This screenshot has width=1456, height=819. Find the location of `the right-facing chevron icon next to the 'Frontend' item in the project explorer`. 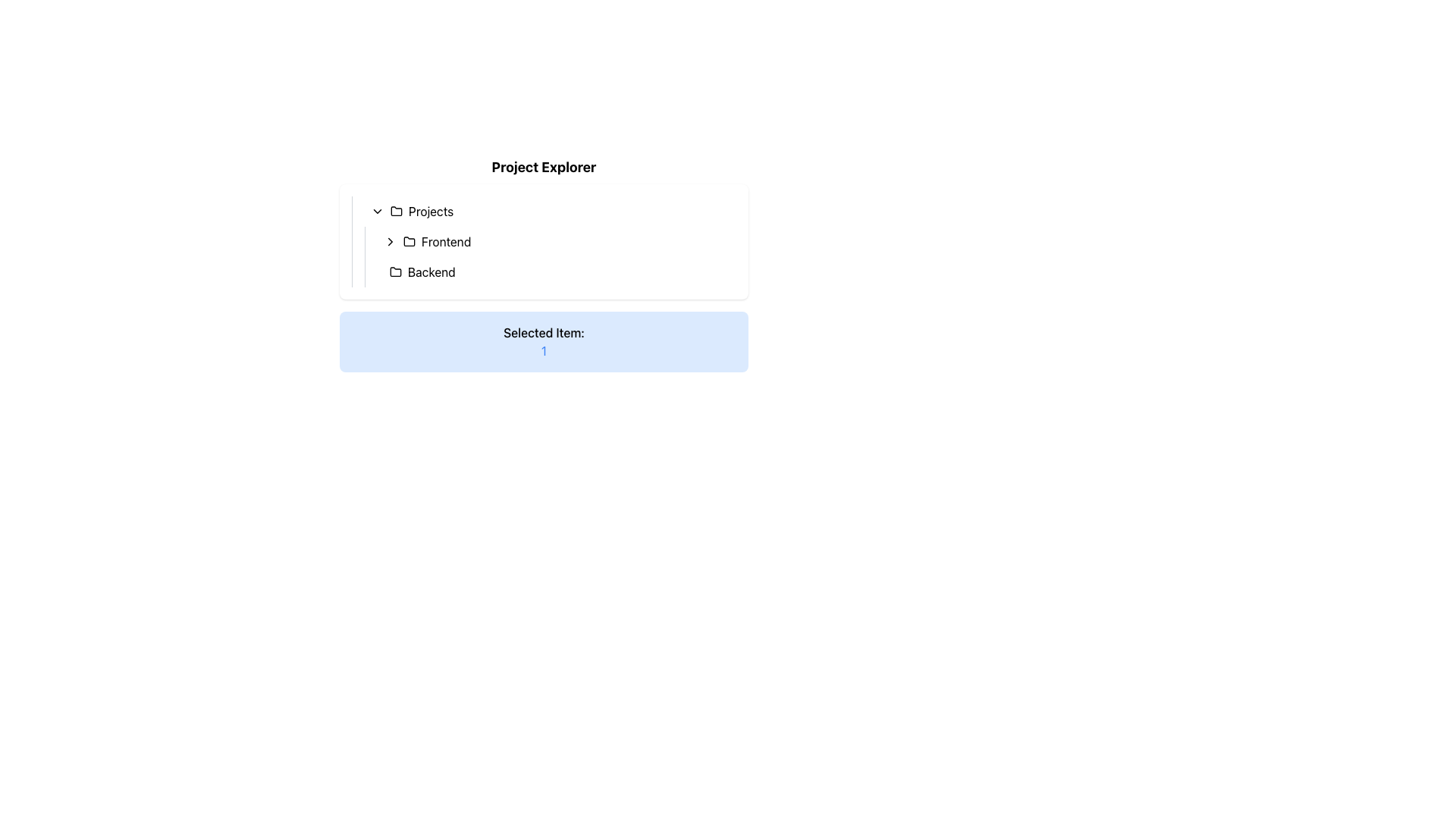

the right-facing chevron icon next to the 'Frontend' item in the project explorer is located at coordinates (390, 241).